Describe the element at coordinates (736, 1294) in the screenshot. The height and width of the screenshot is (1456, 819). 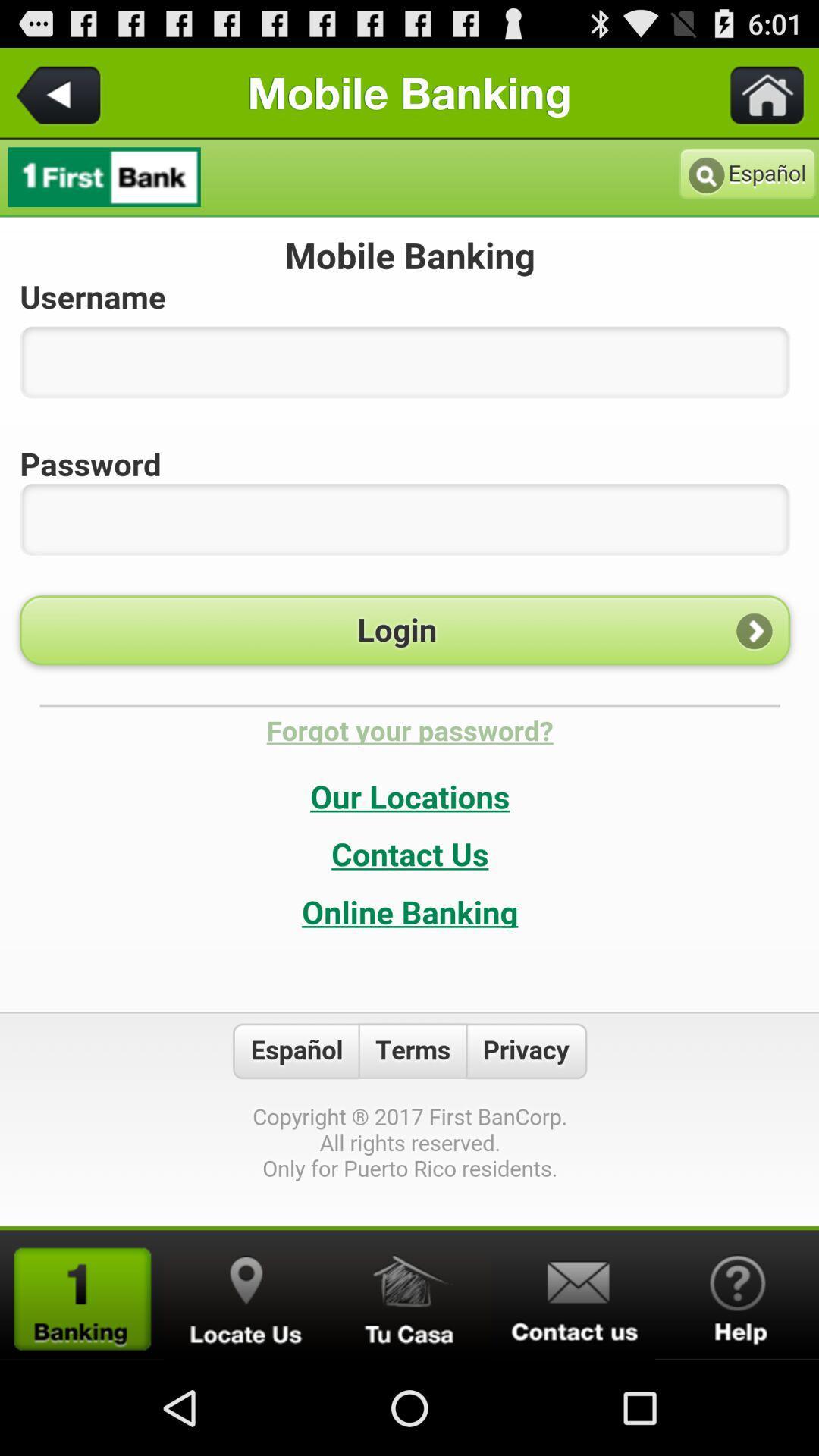
I see `get help` at that location.